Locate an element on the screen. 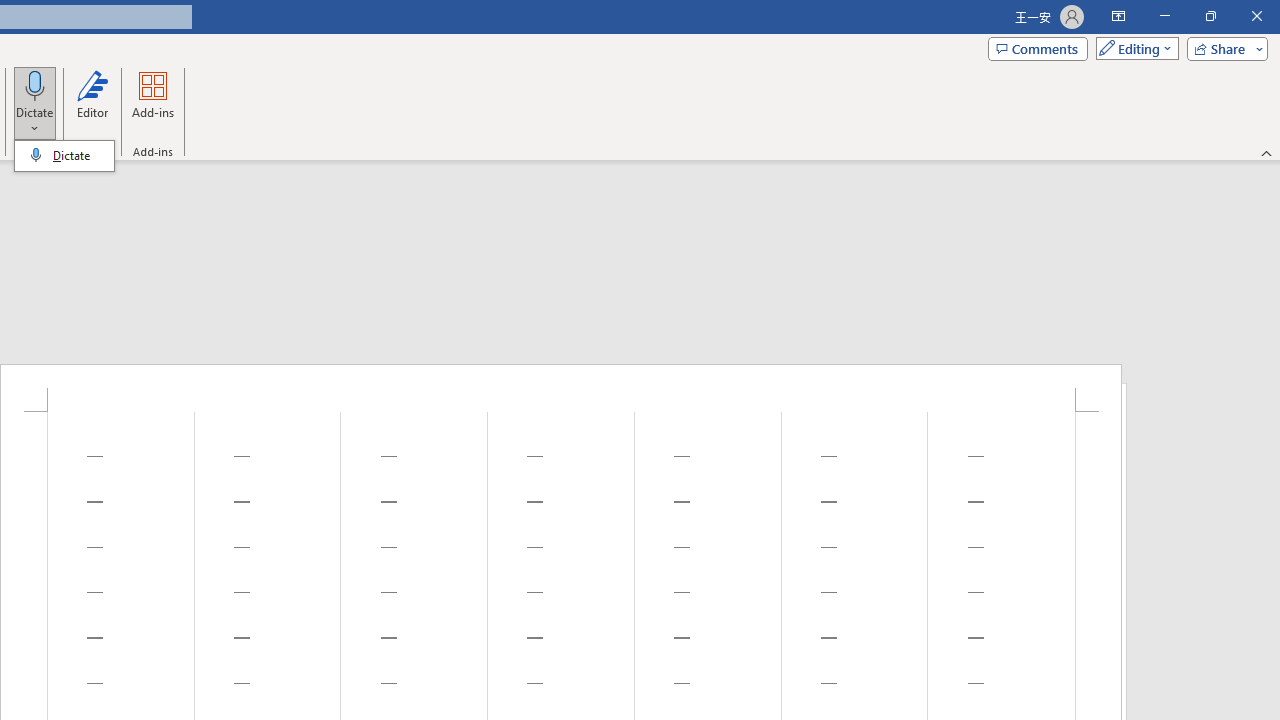  'Mode' is located at coordinates (1133, 47).